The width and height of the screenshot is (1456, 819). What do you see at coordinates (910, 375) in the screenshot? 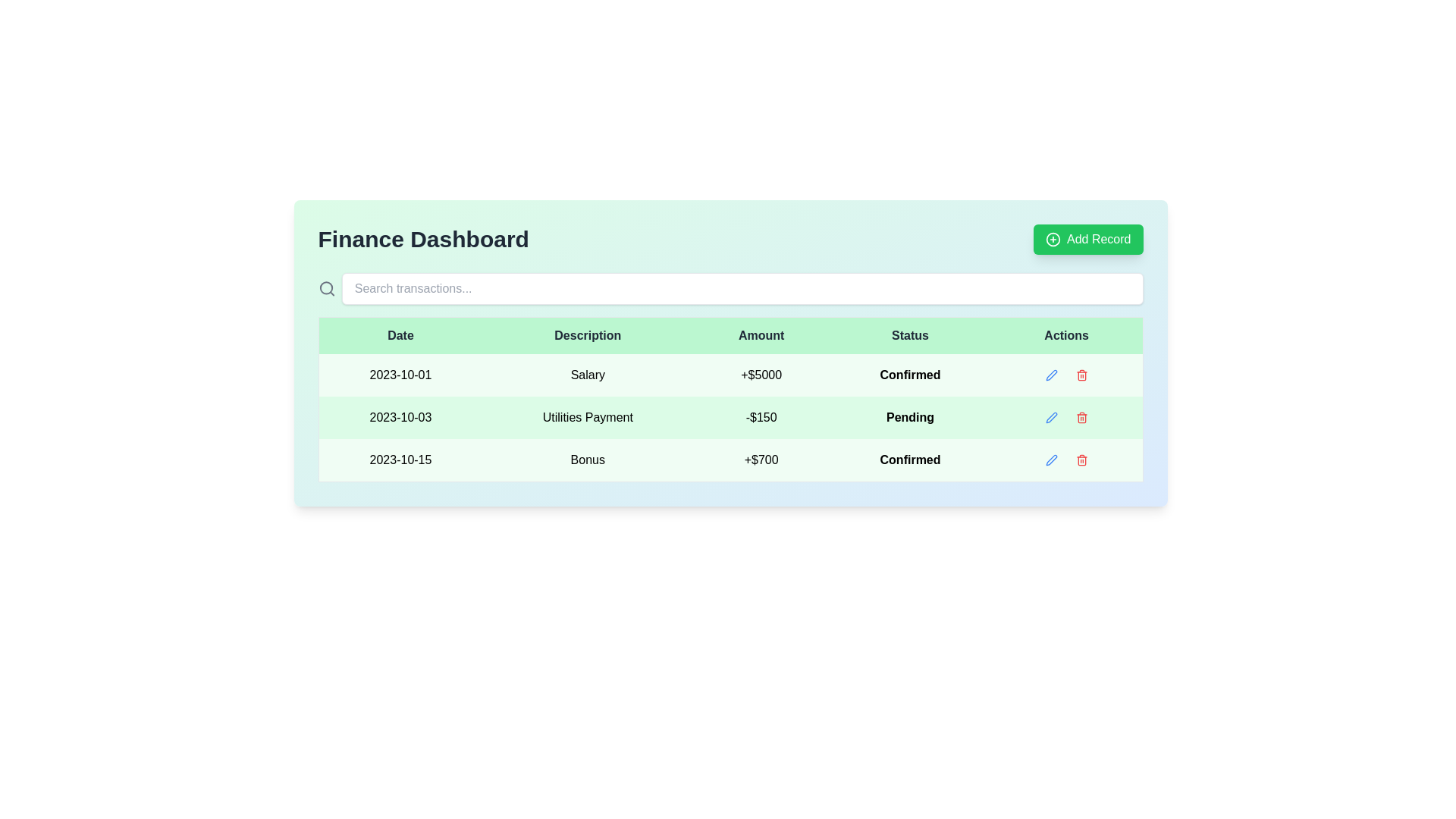
I see `the 'Status' label indicating the confirmation of a financial transaction, located in the fourth column of the first row of the transaction table` at bounding box center [910, 375].